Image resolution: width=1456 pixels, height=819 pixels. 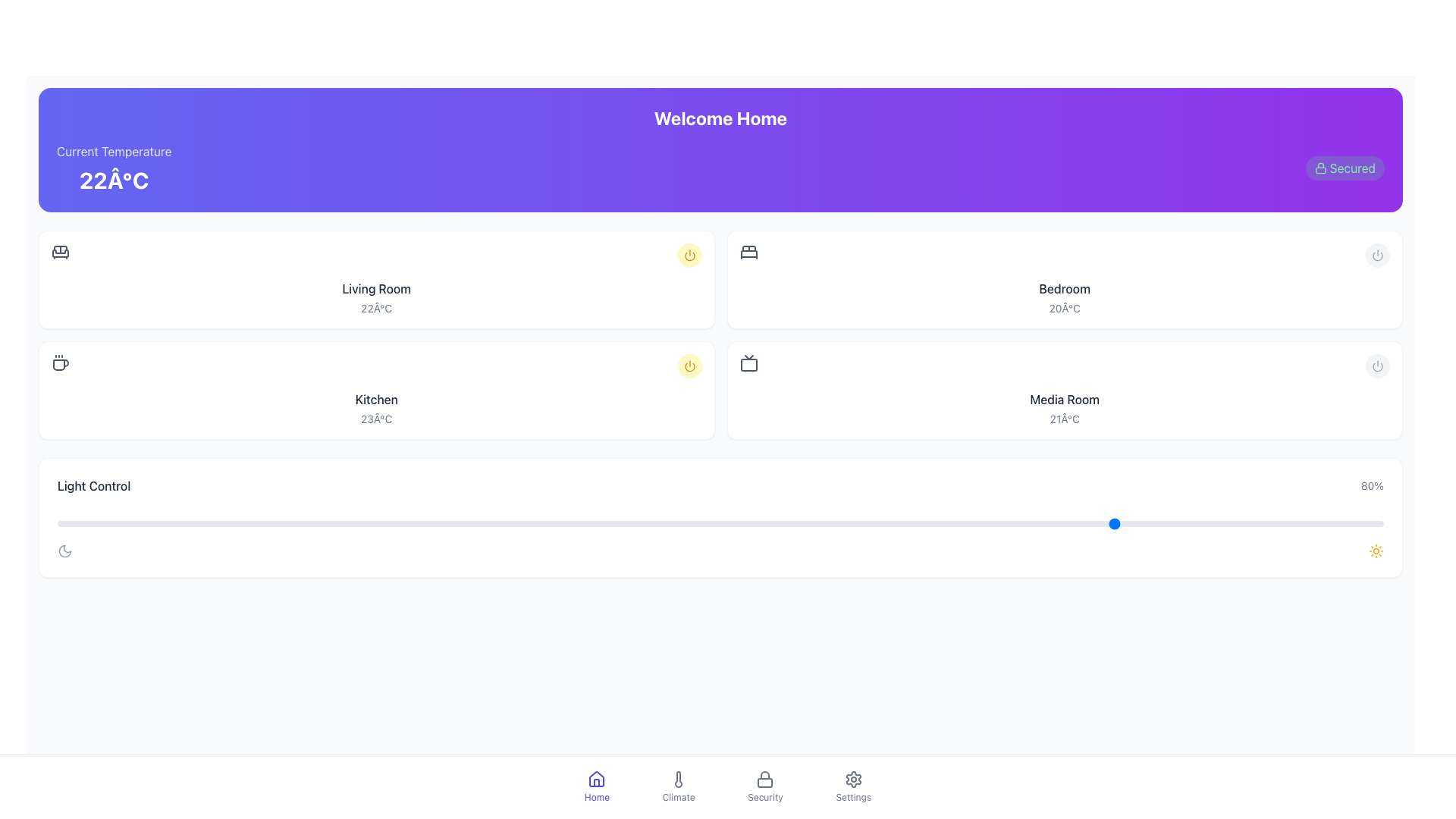 I want to click on the power toggle button for the 'Media Room' section, so click(x=1378, y=366).